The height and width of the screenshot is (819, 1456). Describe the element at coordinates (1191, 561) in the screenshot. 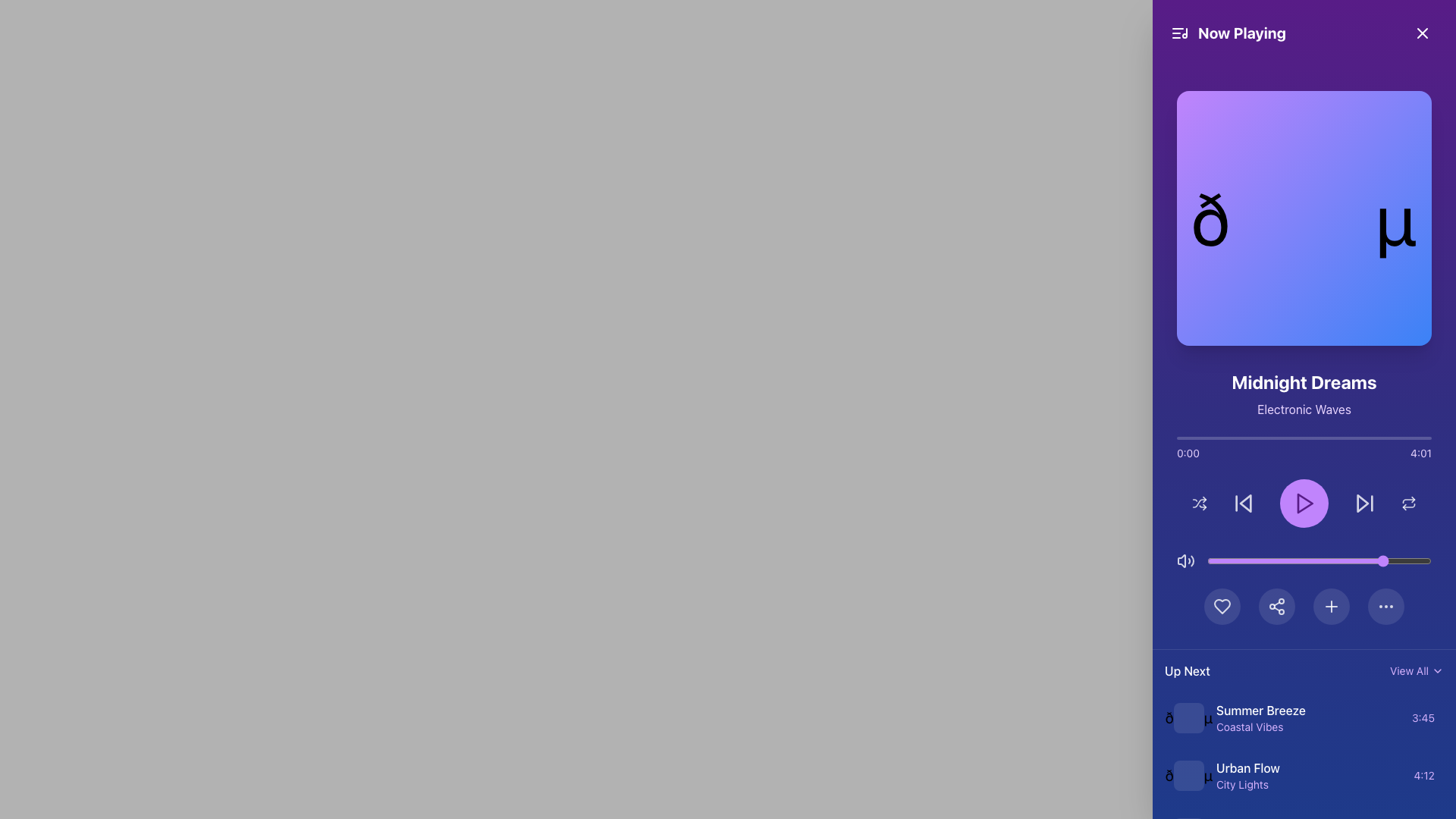

I see `the outermost decorative SVG arc within the volume control icon located at the top-right corner of the icon` at that location.